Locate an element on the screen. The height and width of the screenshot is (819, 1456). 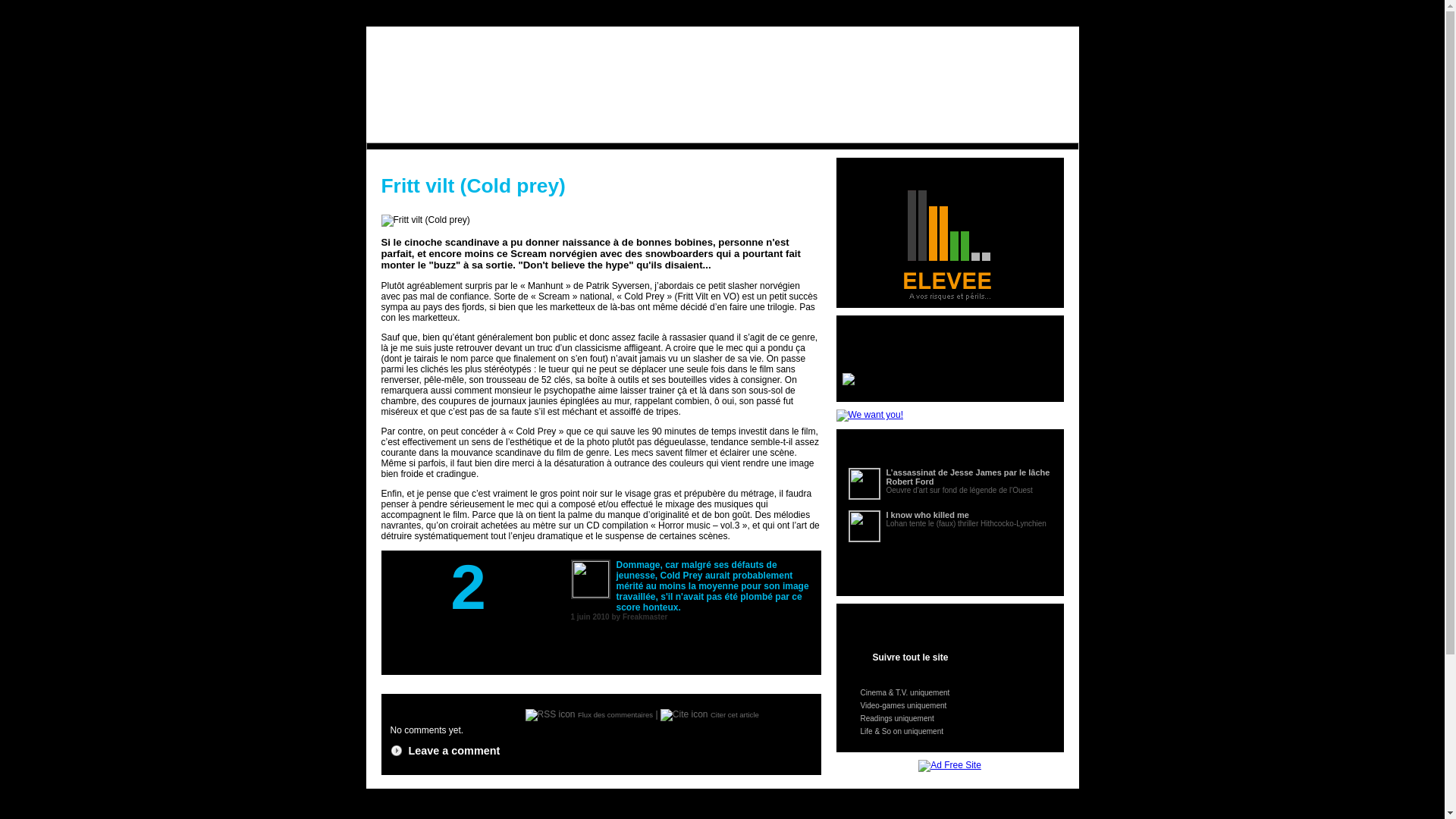
'Citer cet article' is located at coordinates (735, 715).